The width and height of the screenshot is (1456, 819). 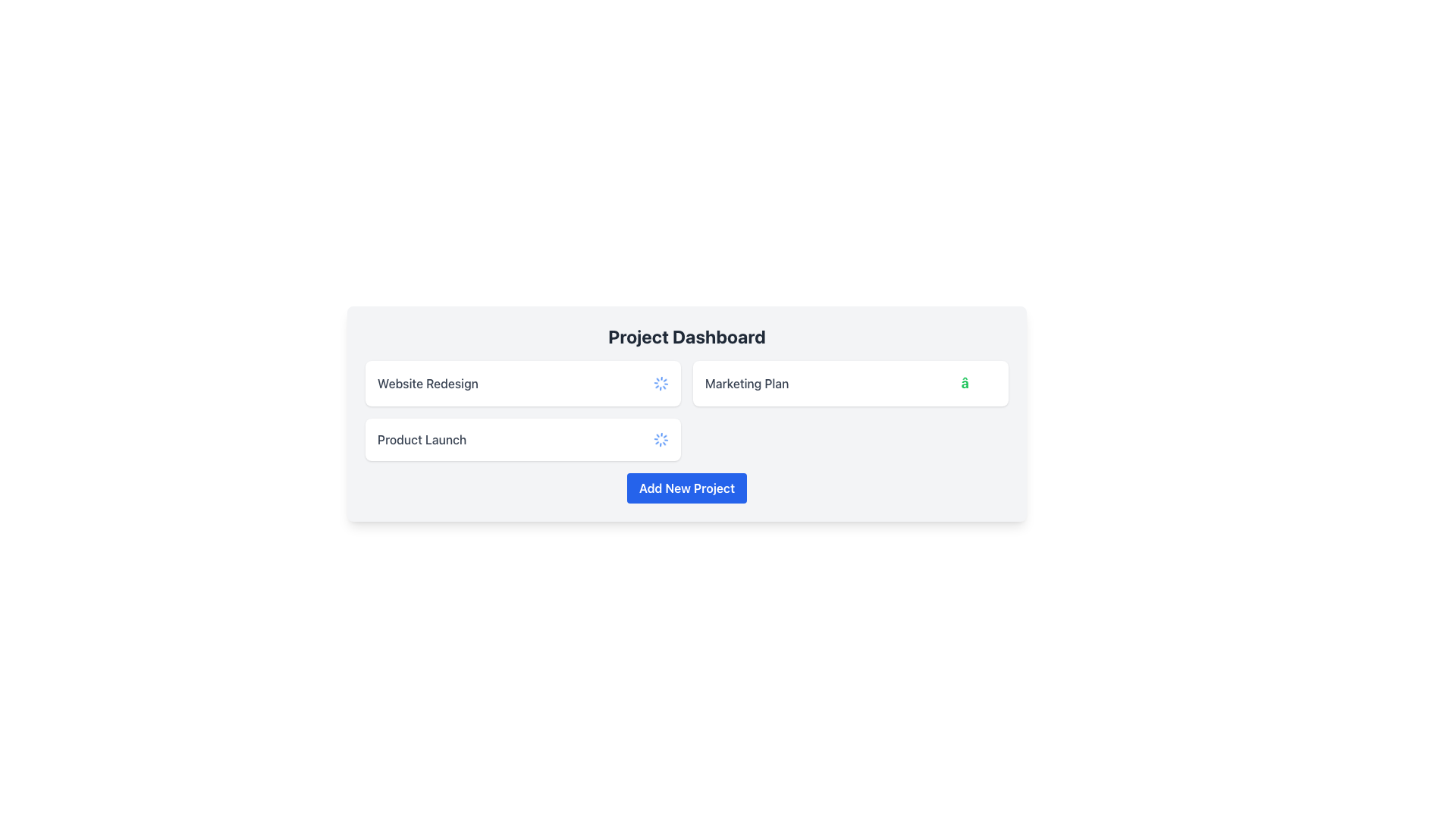 I want to click on the text label that identifies the associated content or project category within the dashboard, located in the horizontal center of the dashboard interface, so click(x=747, y=382).